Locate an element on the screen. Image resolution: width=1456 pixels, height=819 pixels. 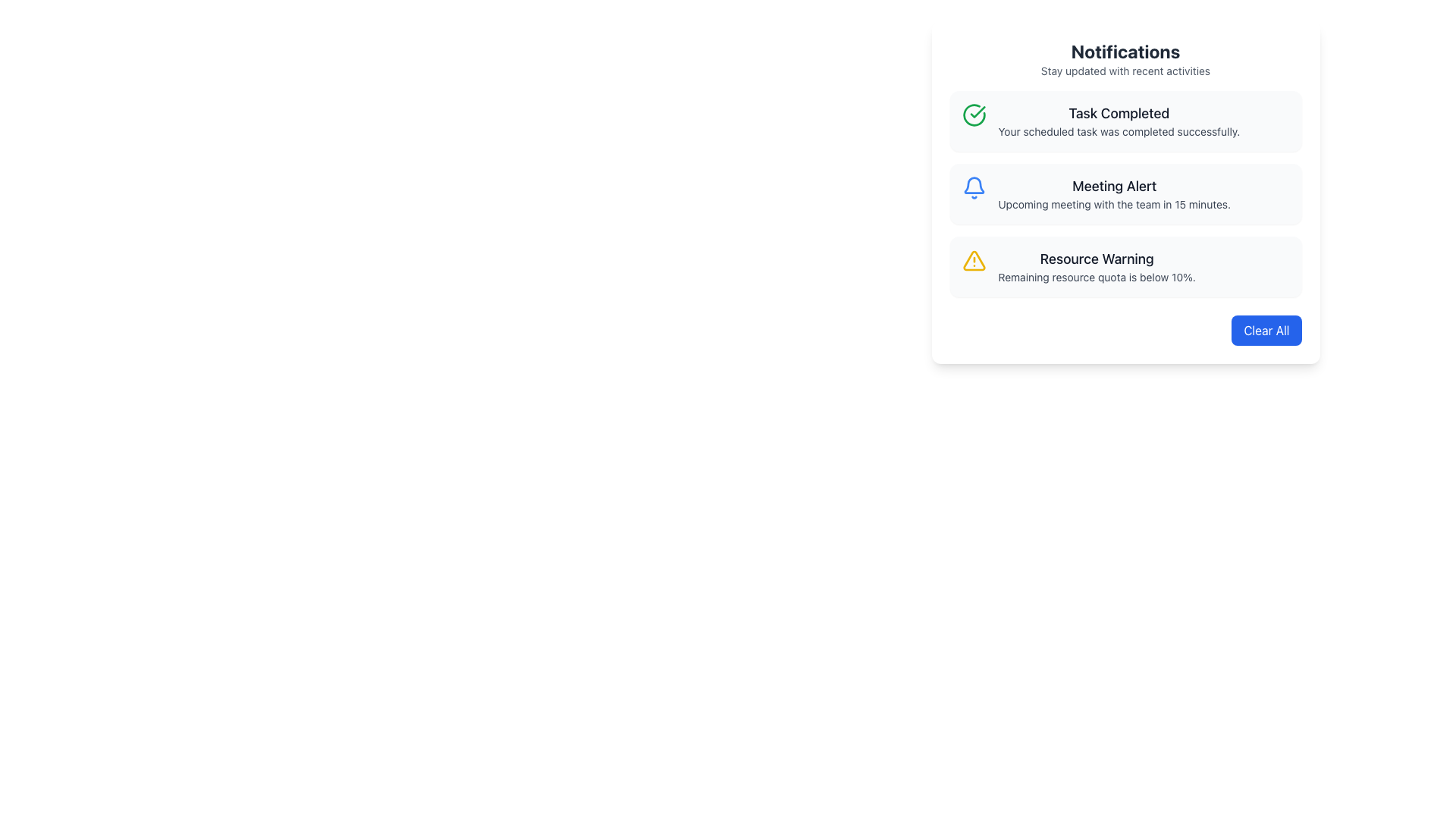
the checkmark icon component inside the green circular icon to the left of the 'Task Completed' notification is located at coordinates (977, 111).